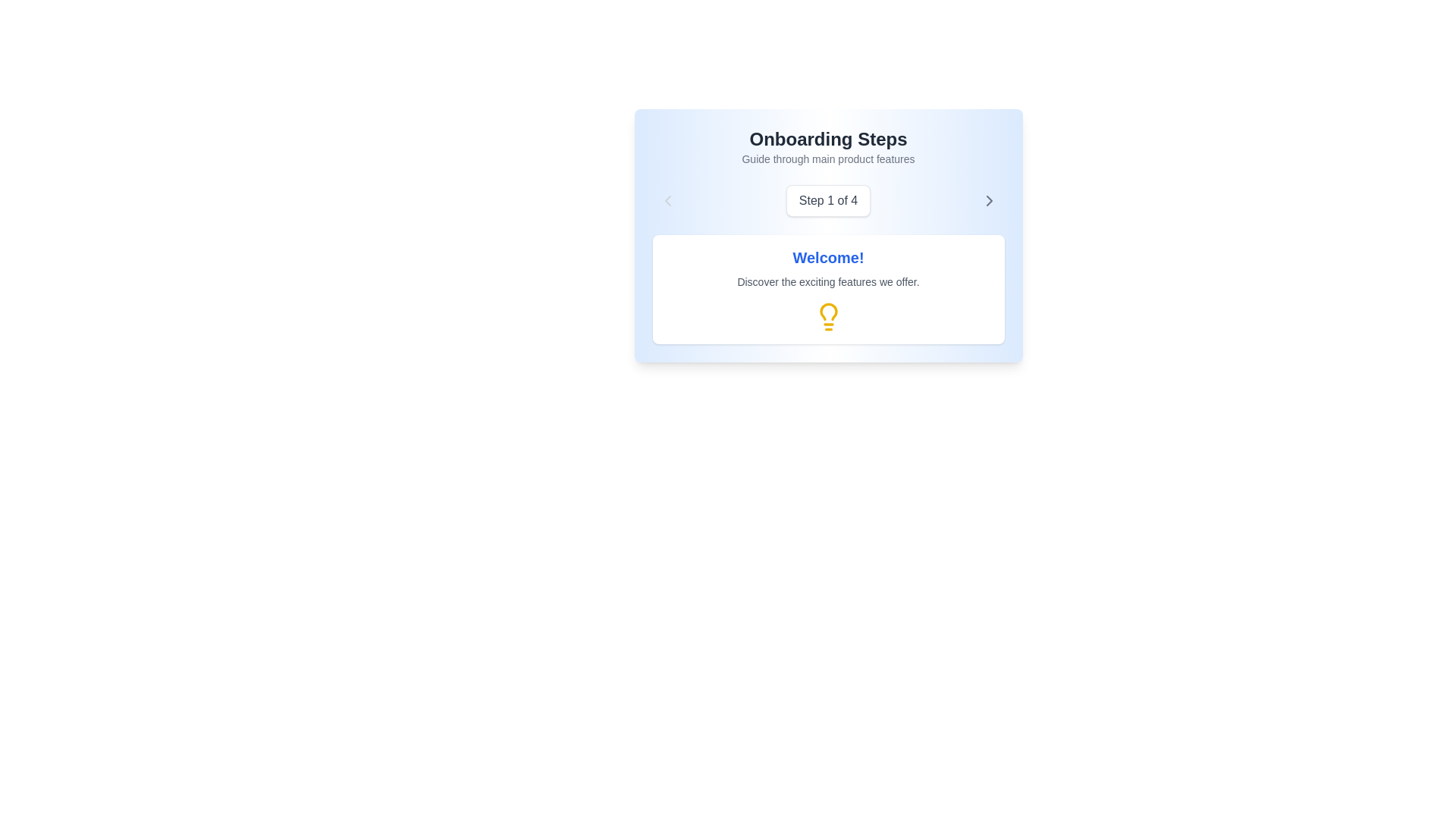 This screenshot has width=1456, height=819. Describe the element at coordinates (989, 200) in the screenshot. I see `the forward navigation button located on the far-right end of the 'Step 1 of 4' section to advance to the next step in the process` at that location.